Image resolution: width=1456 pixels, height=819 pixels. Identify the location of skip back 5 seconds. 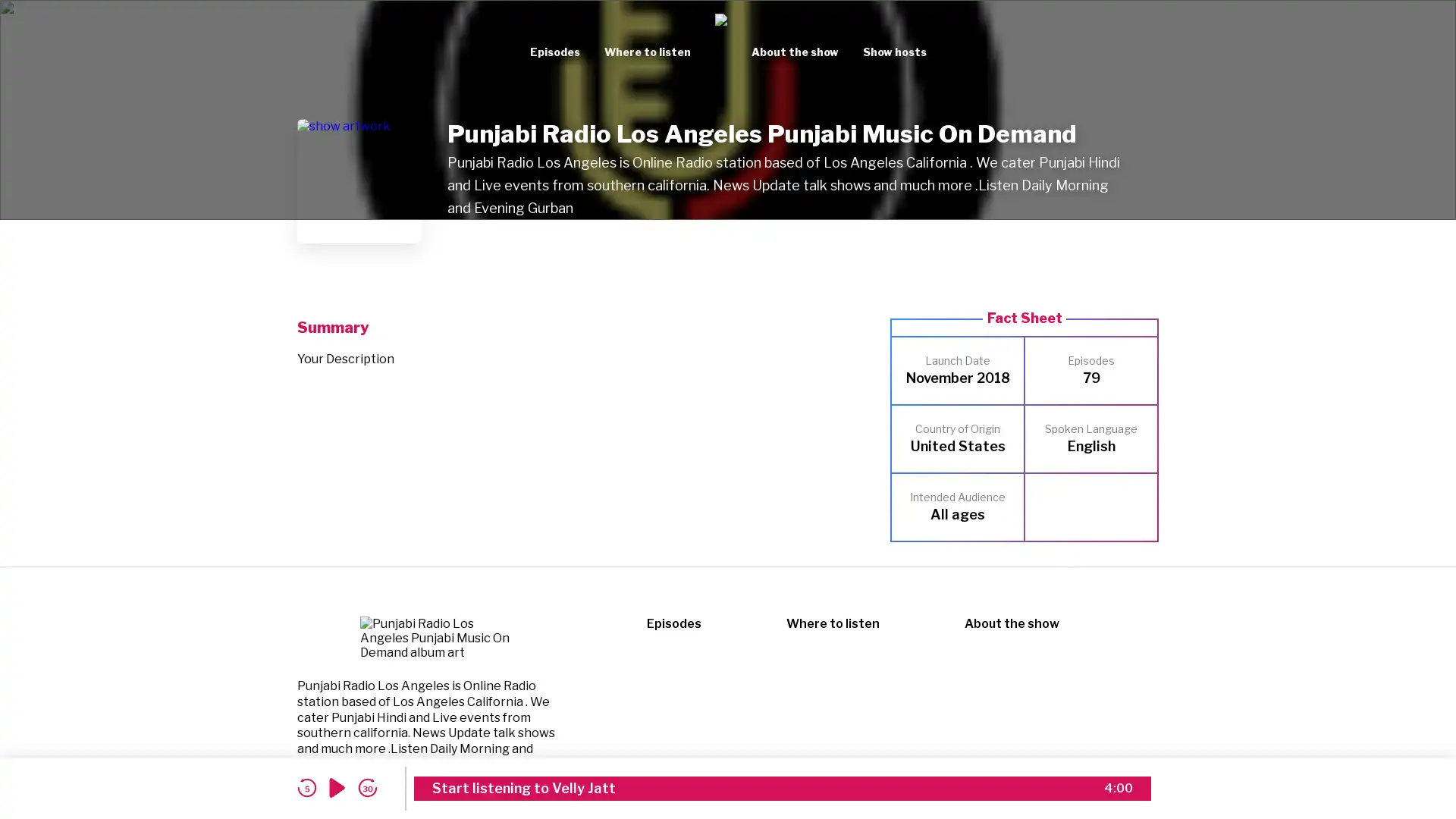
(306, 787).